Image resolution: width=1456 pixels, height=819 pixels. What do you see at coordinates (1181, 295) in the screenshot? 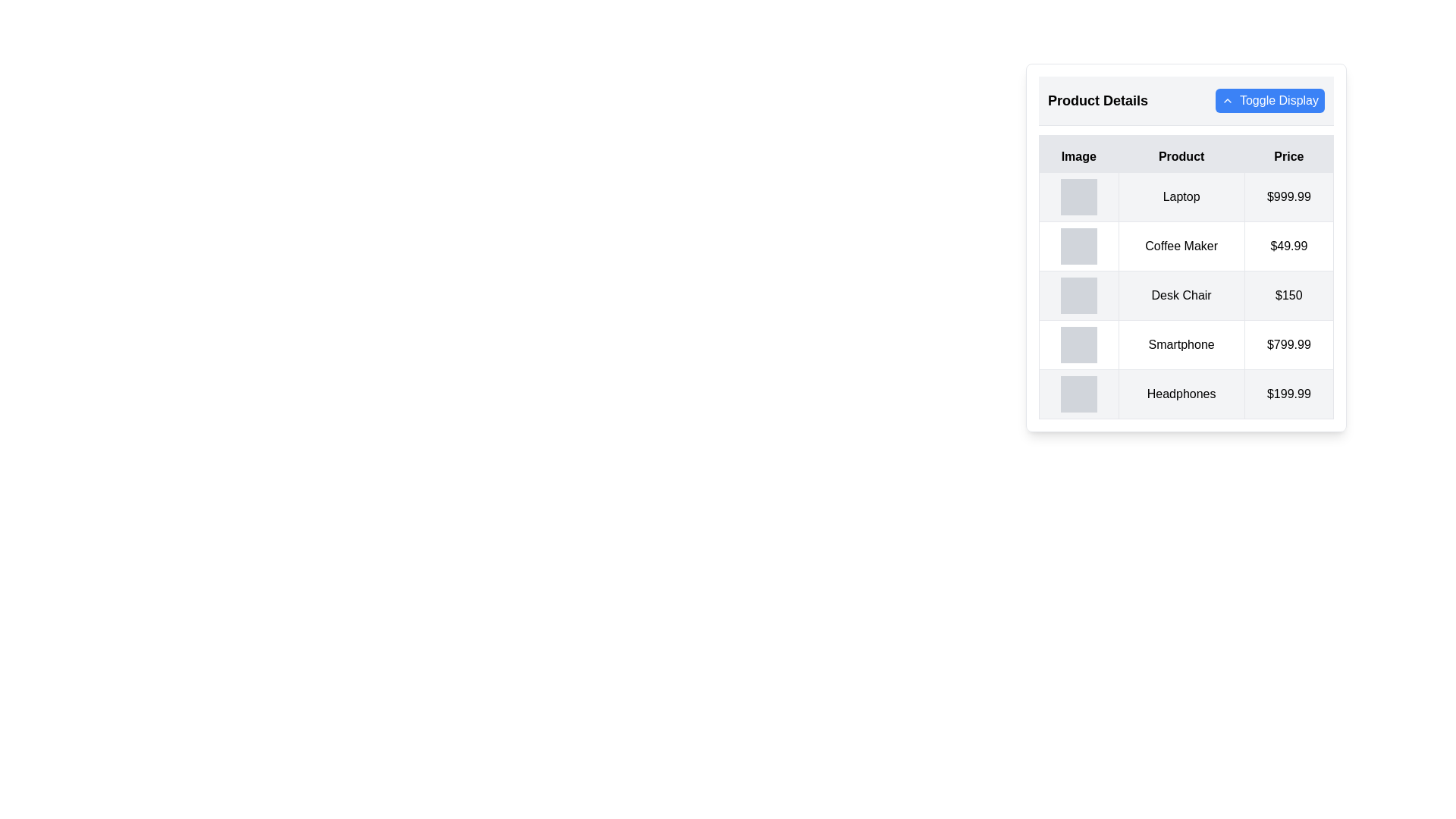
I see `the product name text display located in the third row of the table under the 'Product' column in the e-commerce interface` at bounding box center [1181, 295].